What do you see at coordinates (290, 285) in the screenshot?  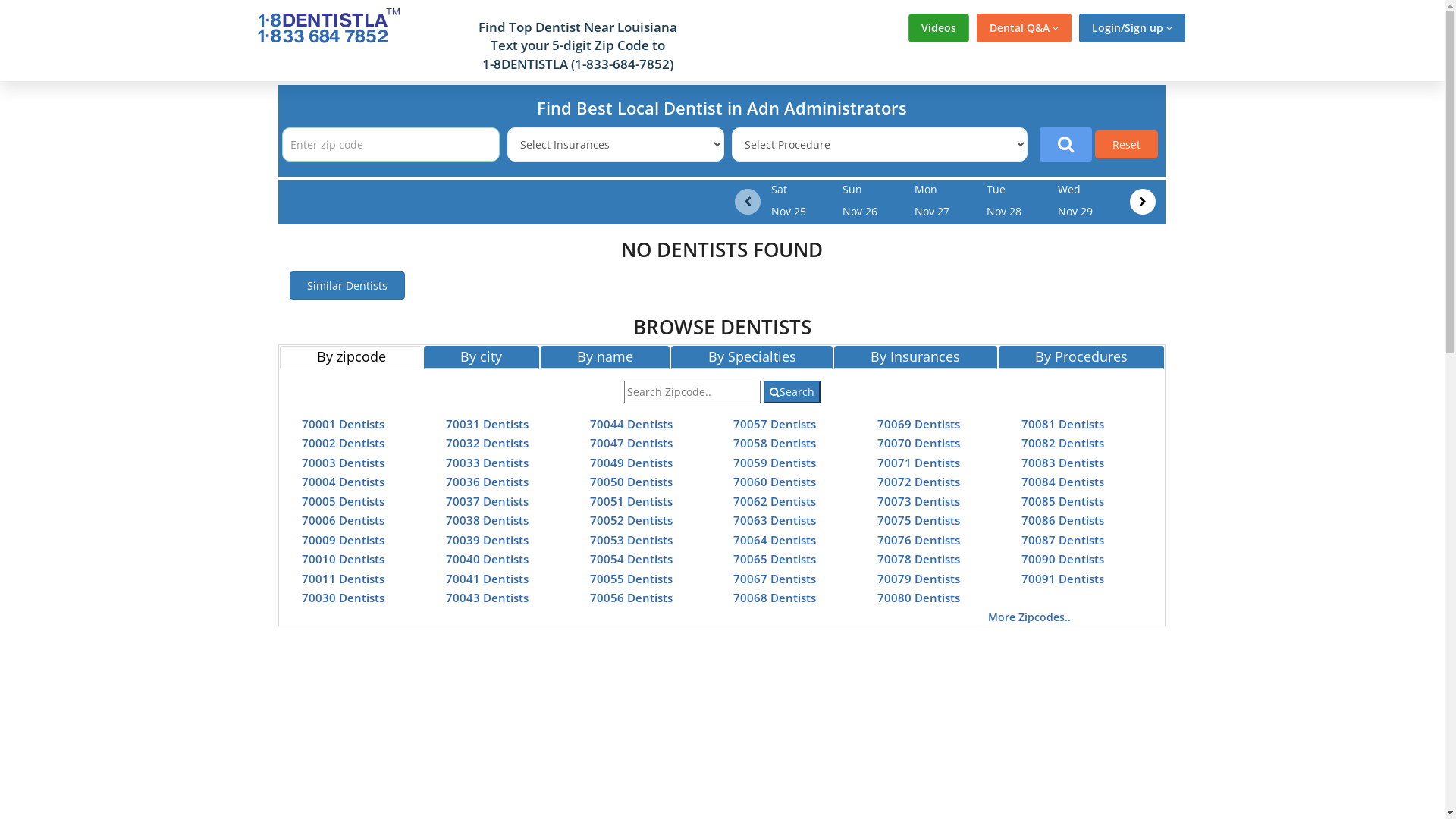 I see `'Similar Dentists'` at bounding box center [290, 285].